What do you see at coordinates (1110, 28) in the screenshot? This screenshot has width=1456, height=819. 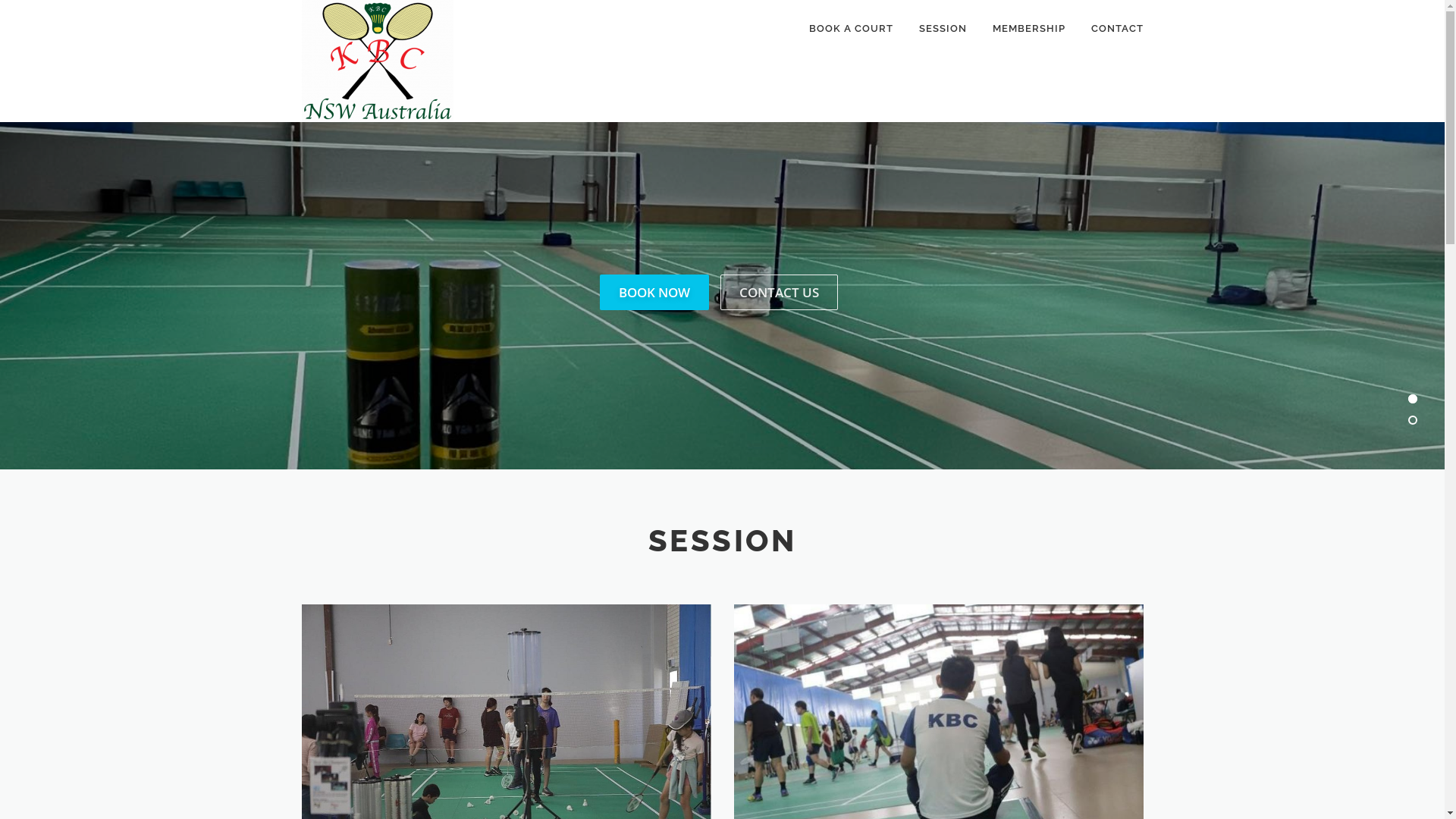 I see `'CONTACT'` at bounding box center [1110, 28].